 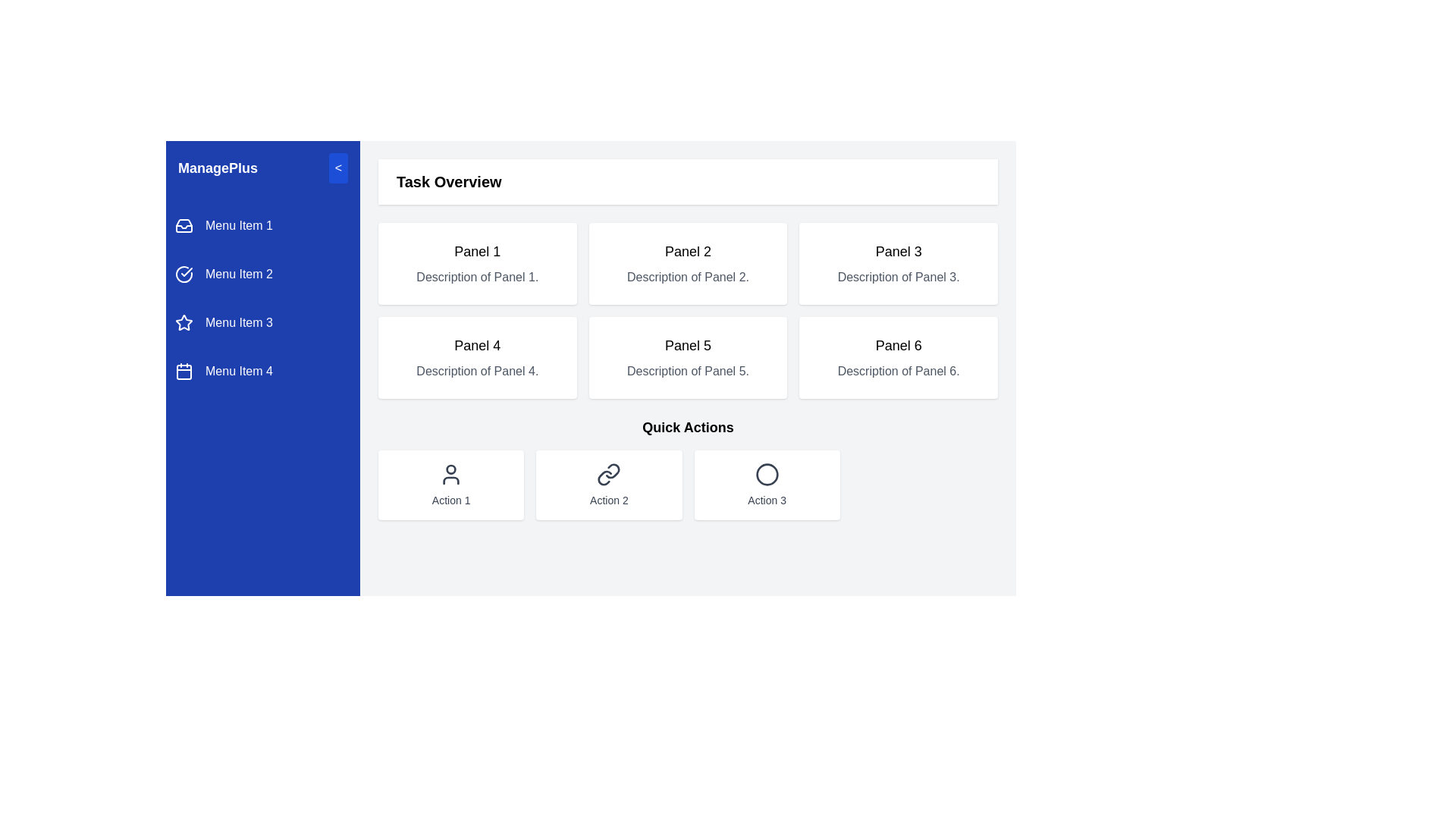 What do you see at coordinates (899, 278) in the screenshot?
I see `text from the Text label displaying 'Description of Panel 3.' located in the top-right card of the grid layout within 'Panel 3'` at bounding box center [899, 278].